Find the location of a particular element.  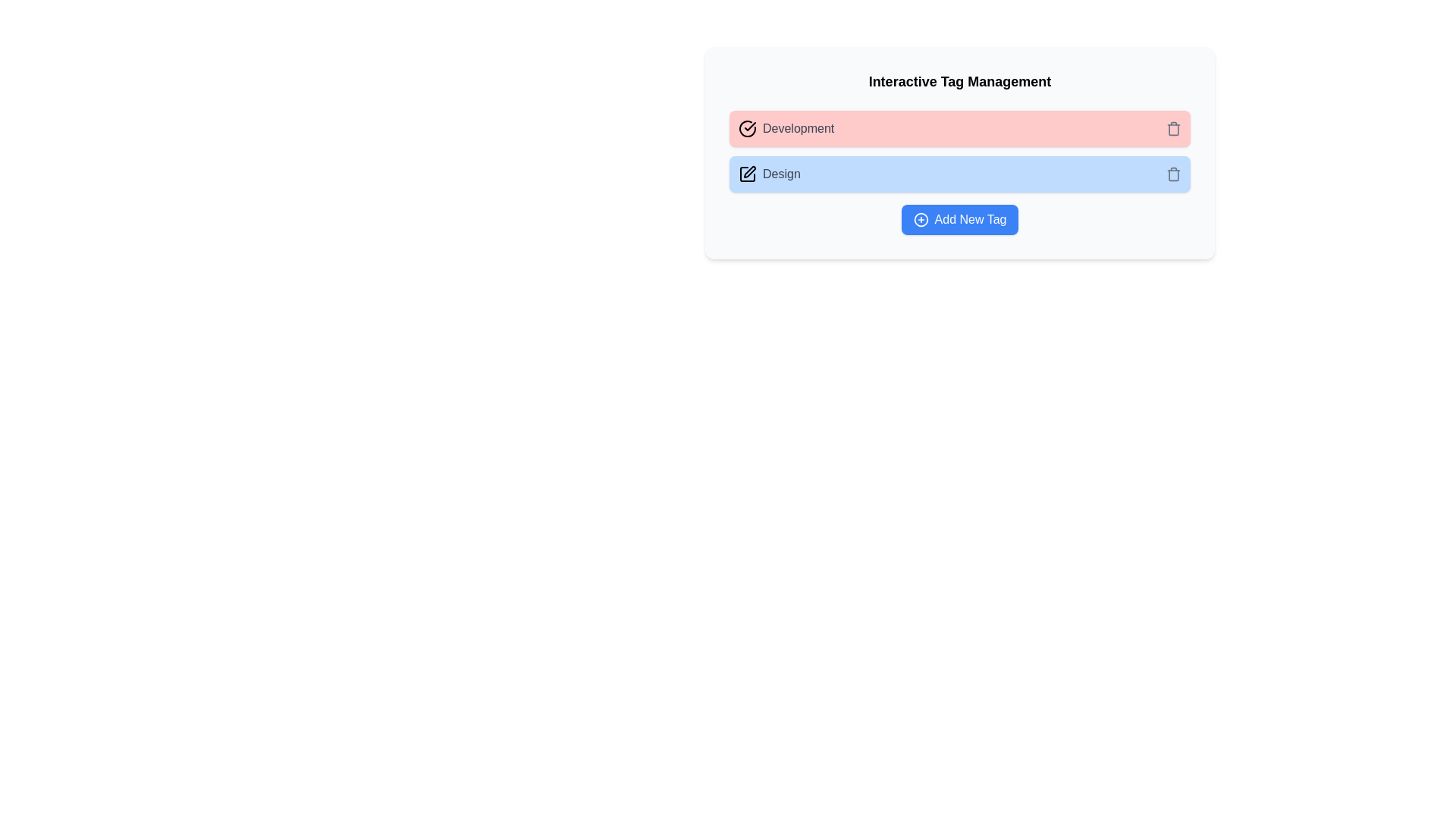

the 'Design' text label, which is styled in medium-weight gray font and located in the second item of the 'Interactive Tag Management' section, to the right of a pen icon is located at coordinates (781, 174).